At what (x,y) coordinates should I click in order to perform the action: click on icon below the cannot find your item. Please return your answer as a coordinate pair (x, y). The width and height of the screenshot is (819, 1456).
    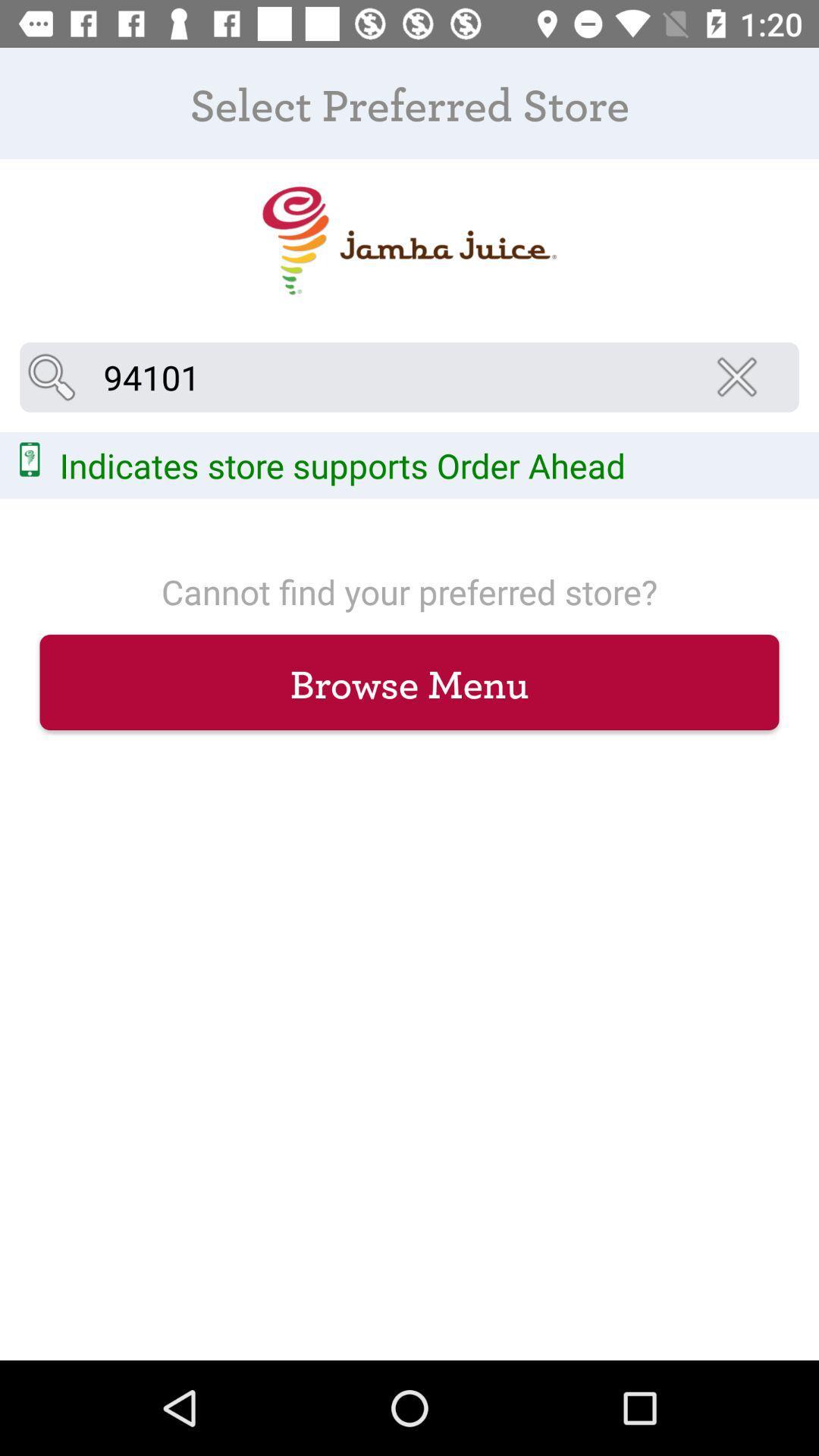
    Looking at the image, I should click on (409, 681).